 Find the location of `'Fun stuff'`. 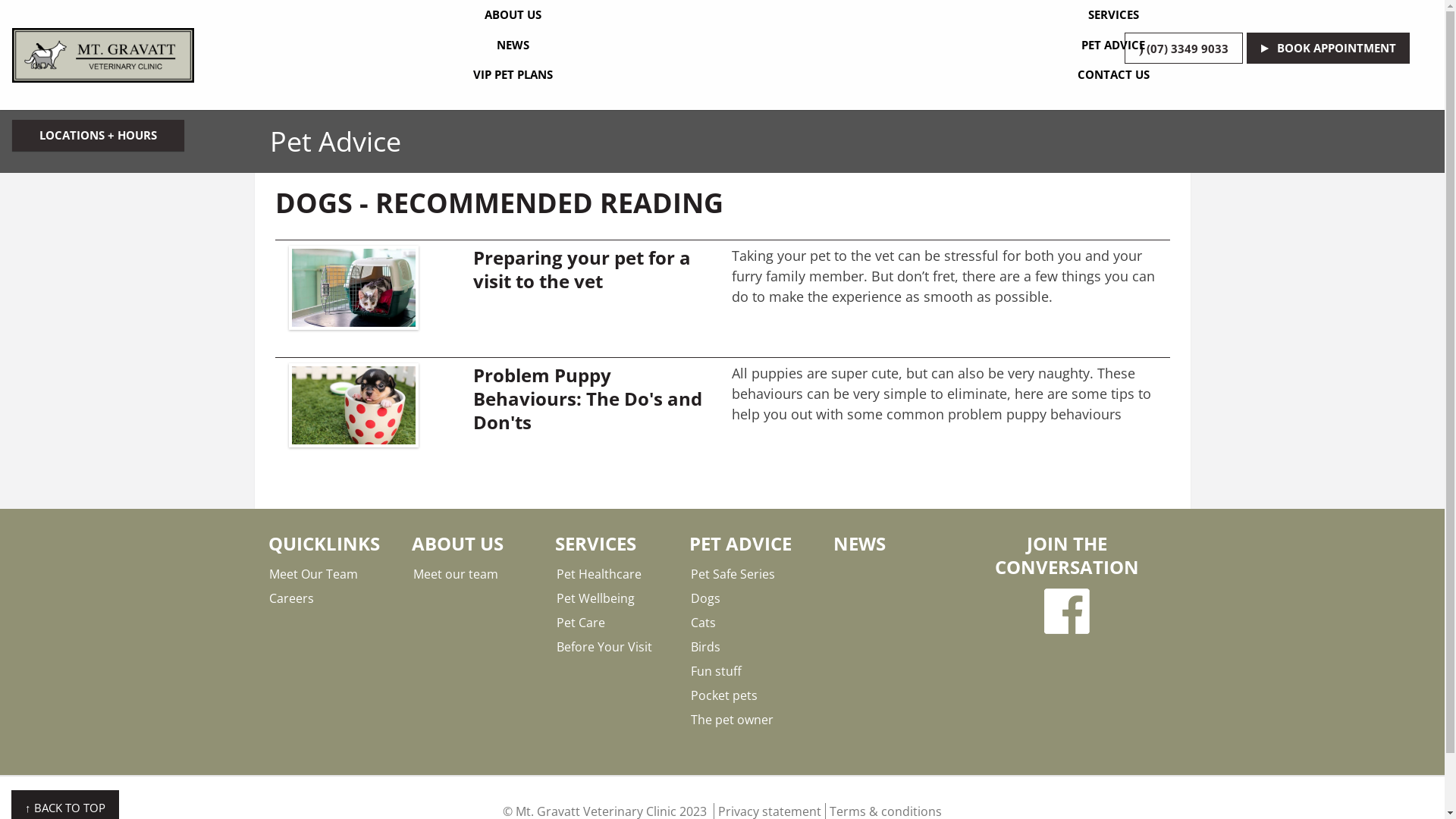

'Fun stuff' is located at coordinates (752, 670).